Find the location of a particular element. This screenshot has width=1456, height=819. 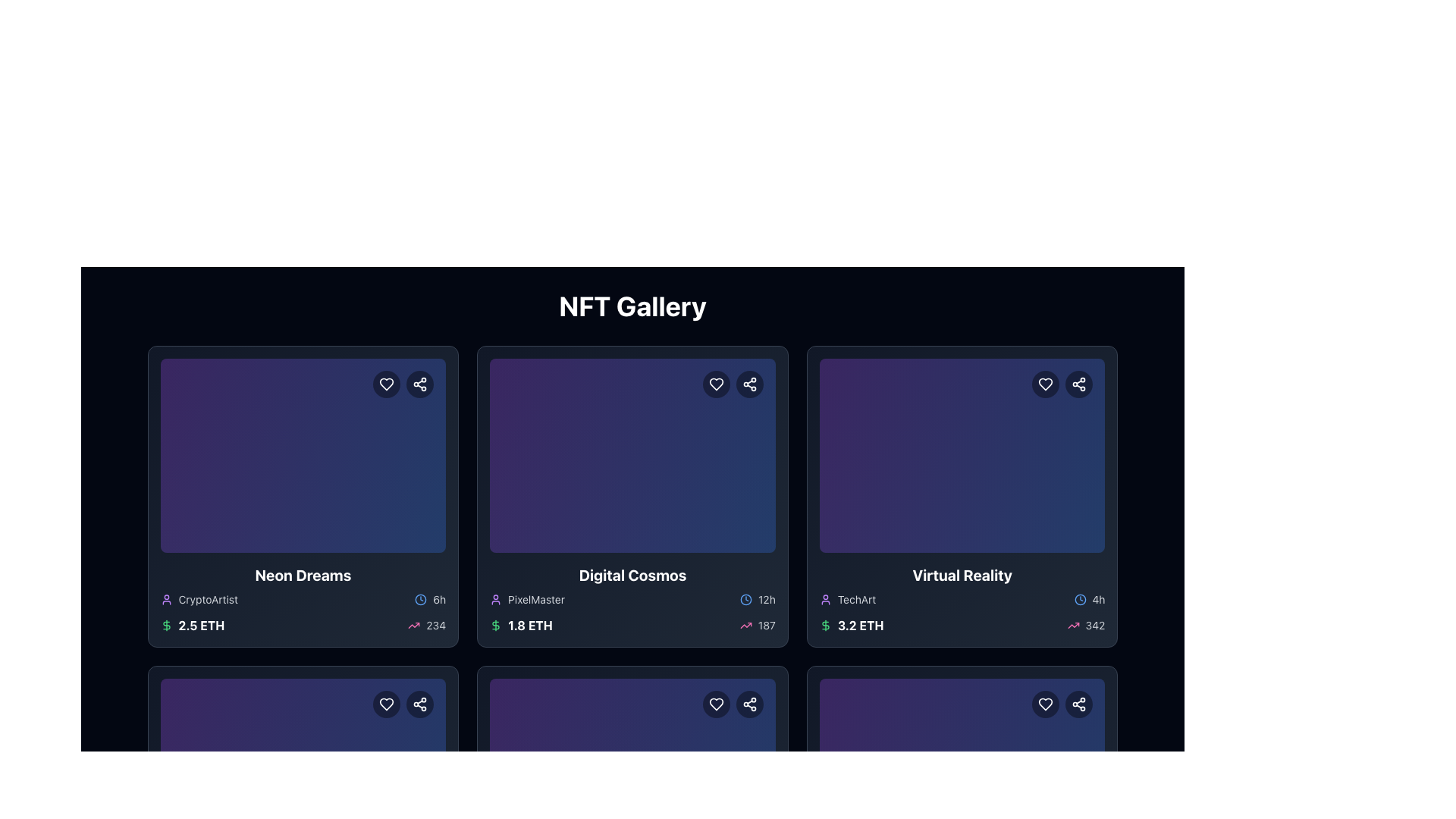

the user or artist icon located on the left side of the 'TechArt' user information display beneath the 'Virtual Reality' card in the third column of the NFT gallery is located at coordinates (824, 598).